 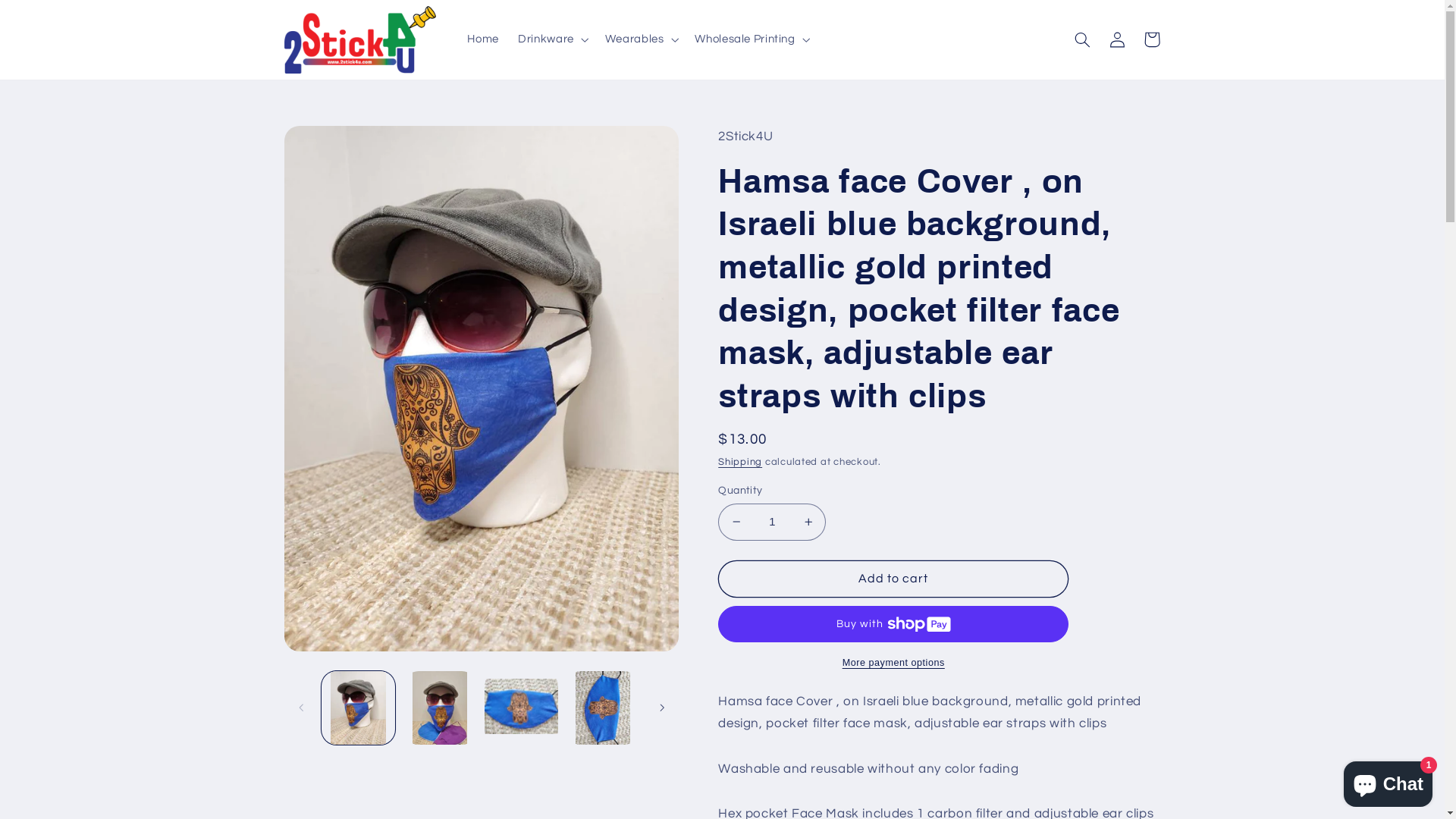 I want to click on 'More payment options', so click(x=893, y=662).